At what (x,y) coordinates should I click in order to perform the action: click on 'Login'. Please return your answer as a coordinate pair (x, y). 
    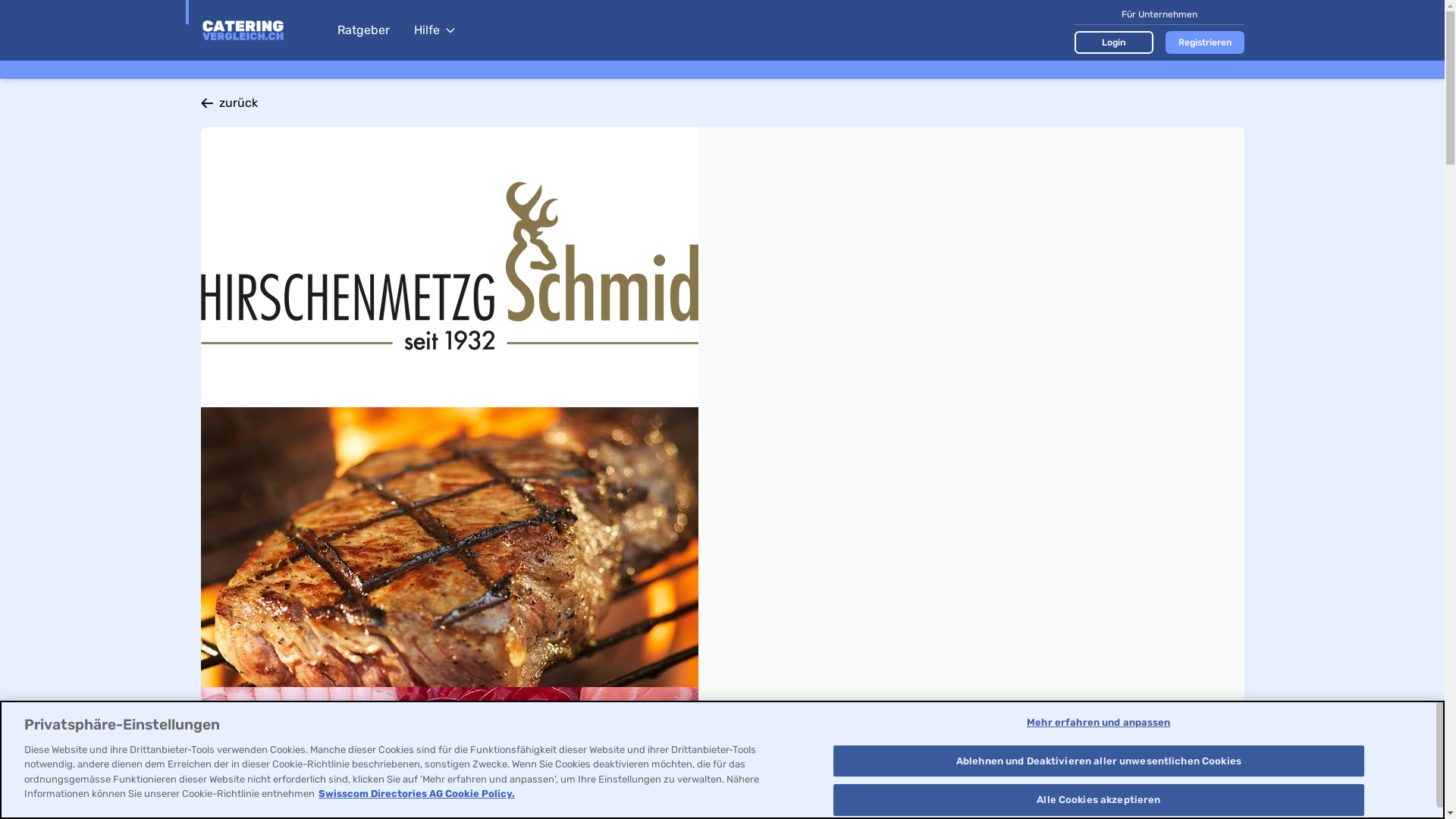
    Looking at the image, I should click on (1113, 40).